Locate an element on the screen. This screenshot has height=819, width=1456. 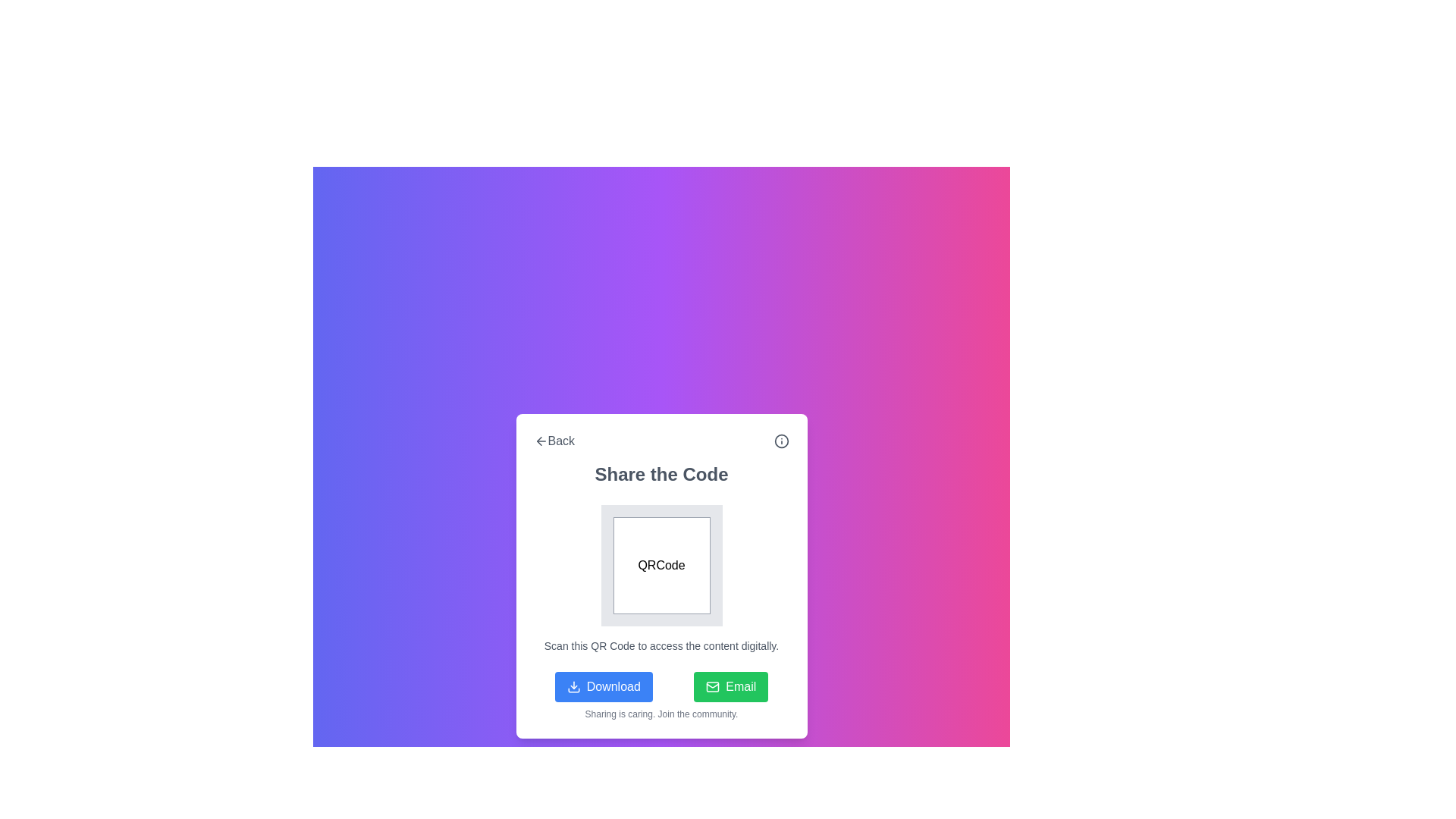
the email share button located in the bottom-right corner of the light-themed card interface is located at coordinates (731, 687).